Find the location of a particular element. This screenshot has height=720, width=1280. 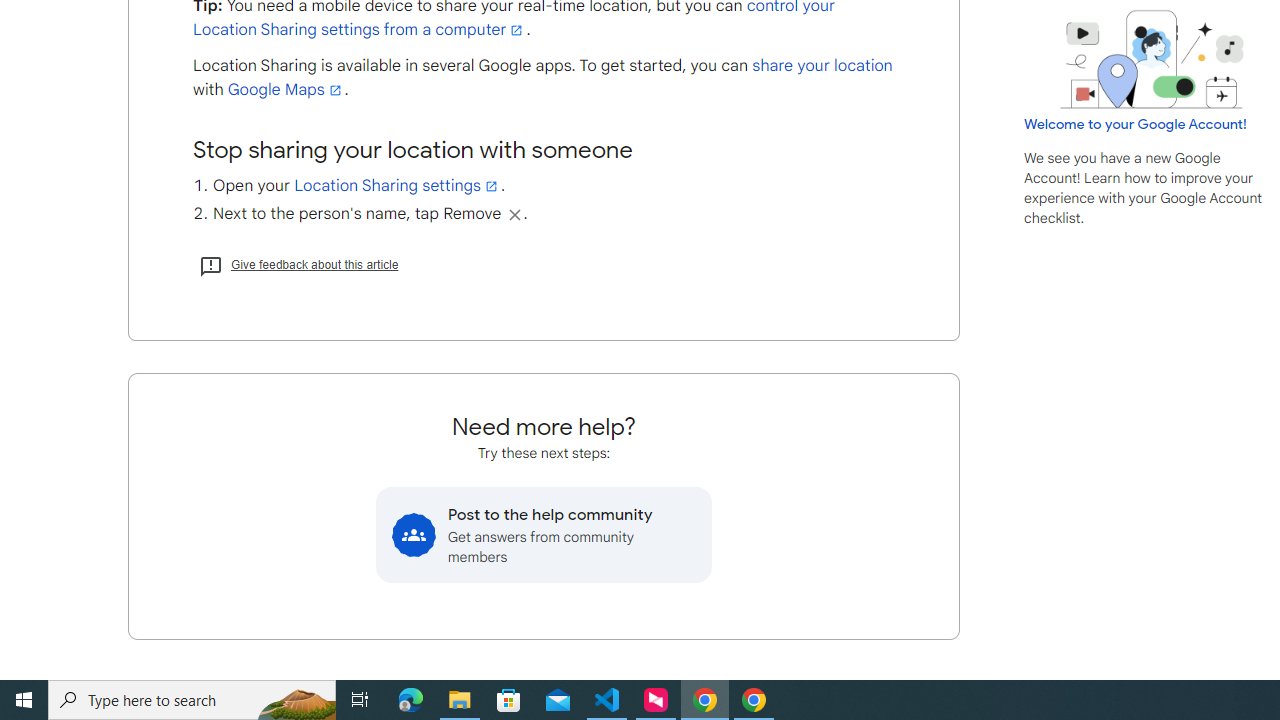

'Google Maps' is located at coordinates (285, 90).